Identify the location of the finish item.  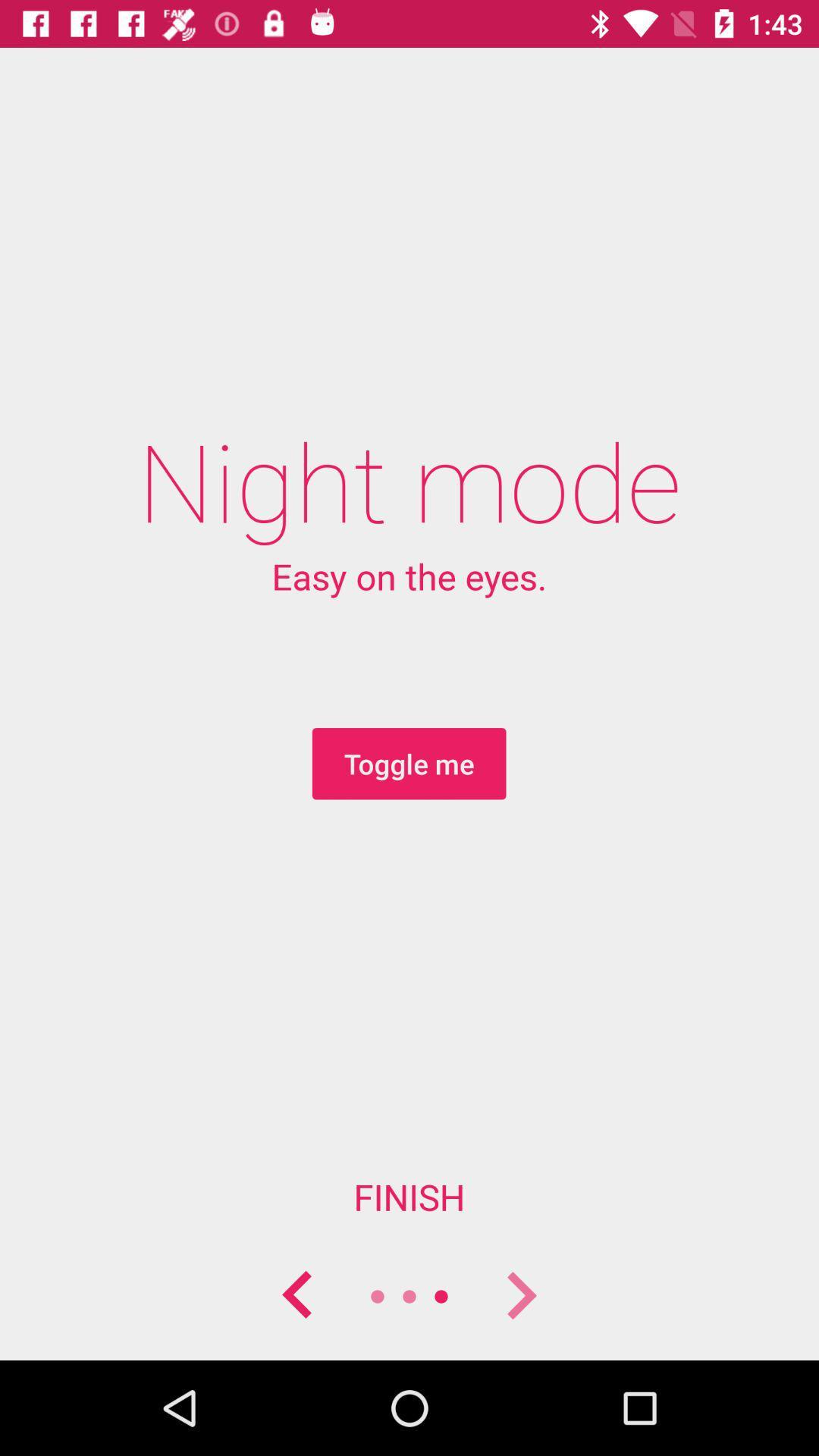
(409, 1196).